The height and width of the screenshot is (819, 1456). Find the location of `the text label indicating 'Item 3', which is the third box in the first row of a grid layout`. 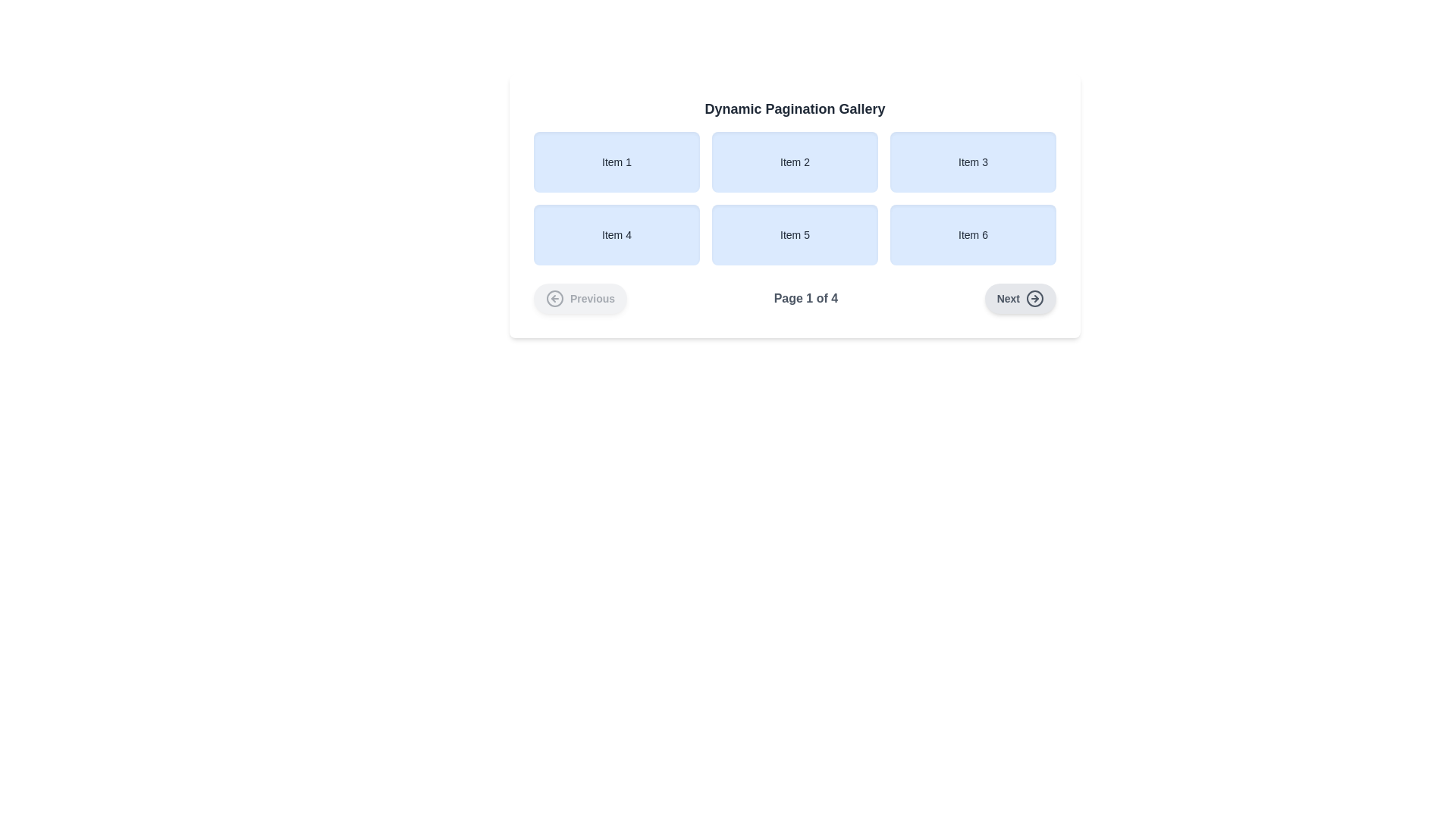

the text label indicating 'Item 3', which is the third box in the first row of a grid layout is located at coordinates (973, 162).